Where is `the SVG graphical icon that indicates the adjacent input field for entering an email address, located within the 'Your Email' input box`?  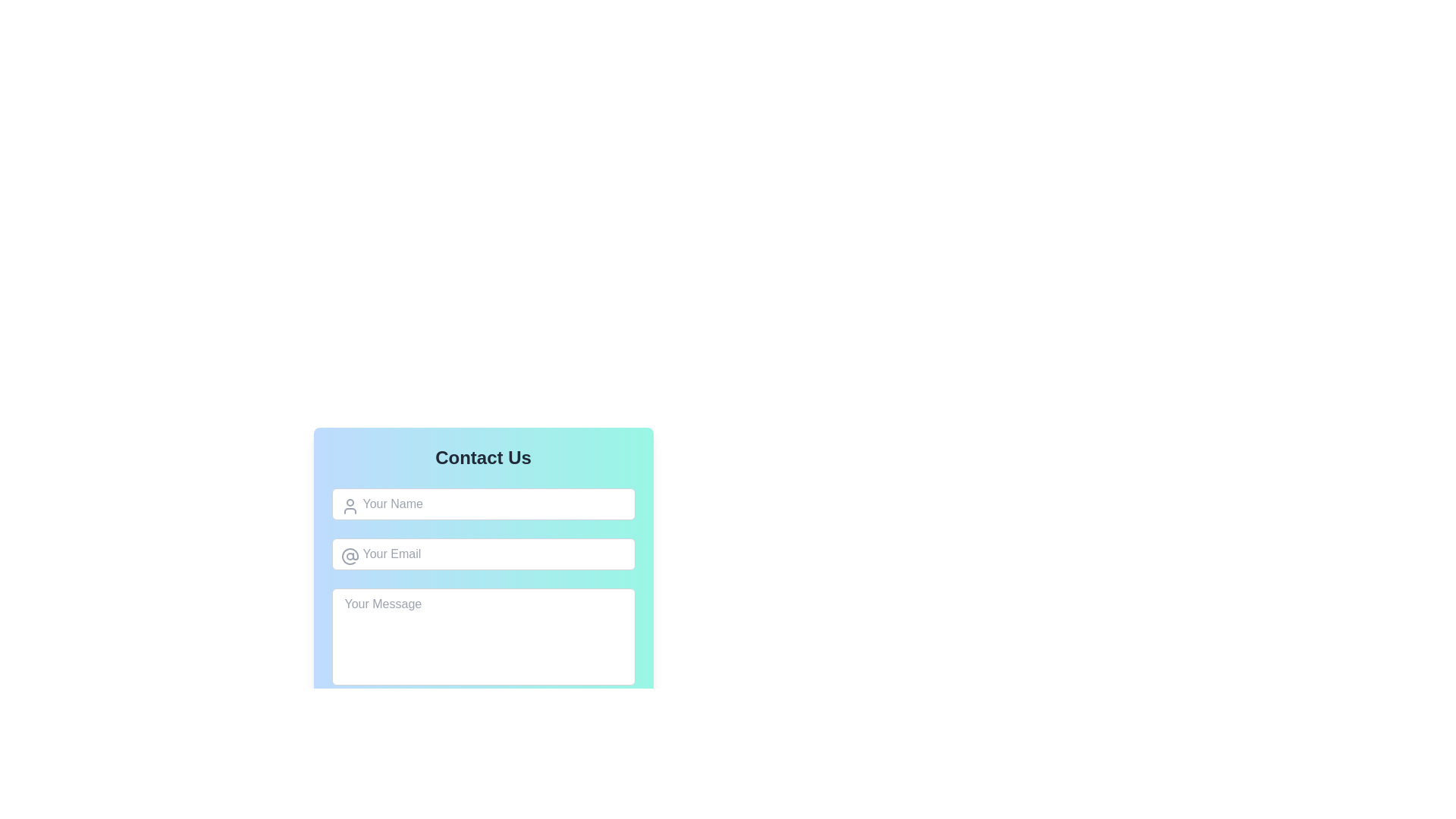 the SVG graphical icon that indicates the adjacent input field for entering an email address, located within the 'Your Email' input box is located at coordinates (349, 556).